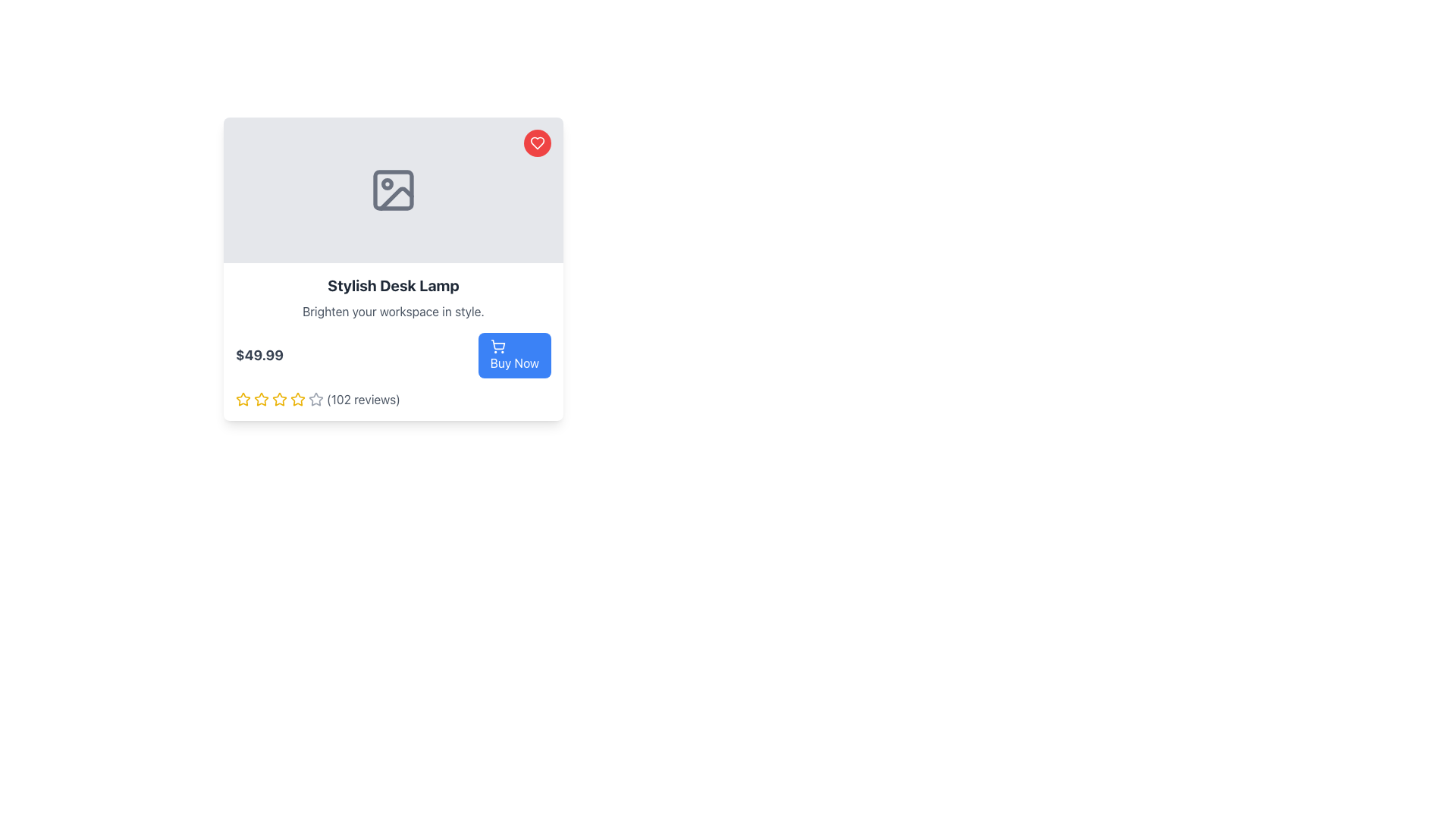 This screenshot has height=819, width=1456. Describe the element at coordinates (497, 346) in the screenshot. I see `the shopping cart icon, which is centered within the 'Buy Now' button at the bottom-right corner of the product card` at that location.